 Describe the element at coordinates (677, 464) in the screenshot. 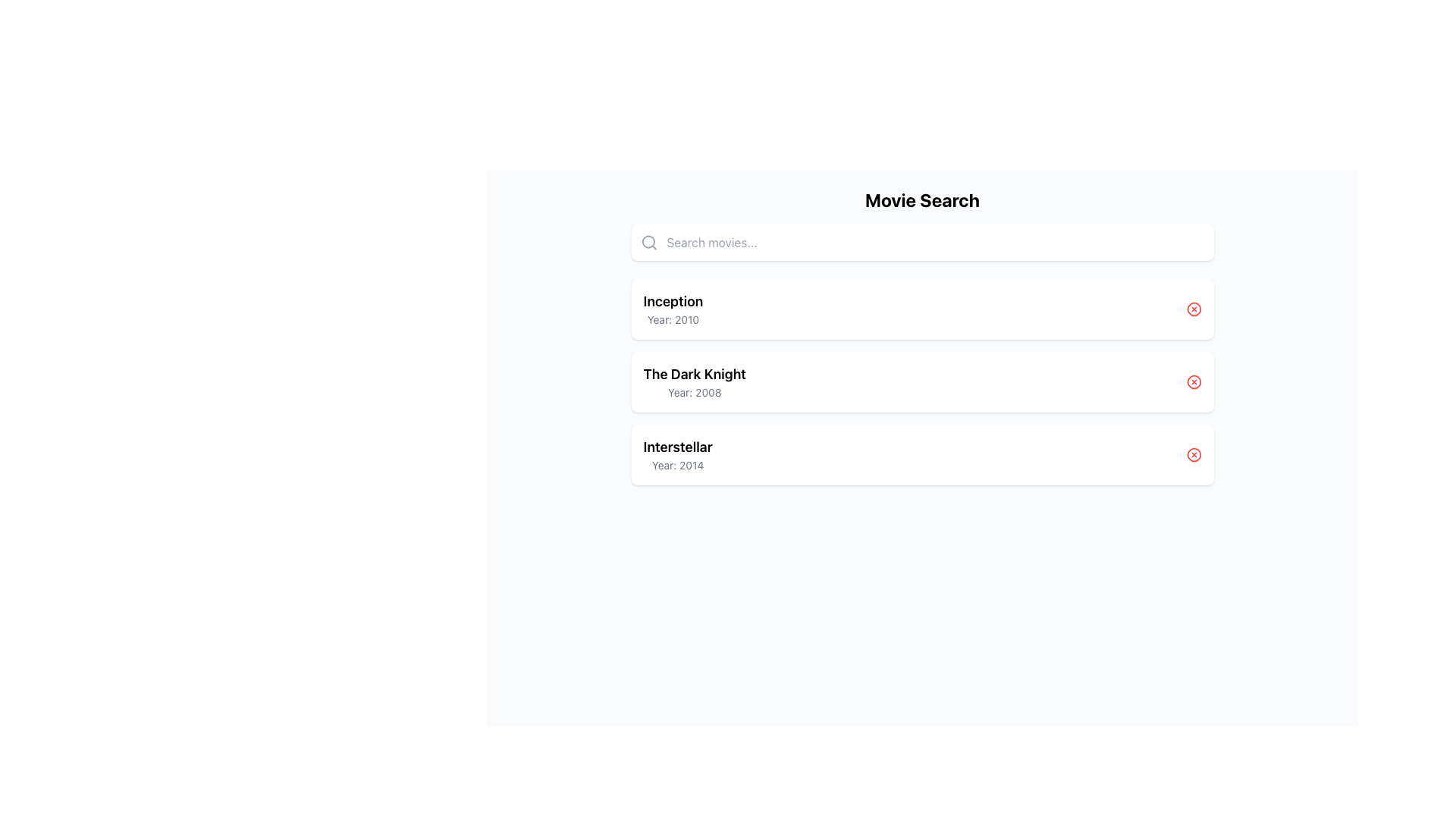

I see `the text label displaying 'Year: 2014' located beneath the main title of the movie 'Interstellar' in the vertical list of movie entries` at that location.